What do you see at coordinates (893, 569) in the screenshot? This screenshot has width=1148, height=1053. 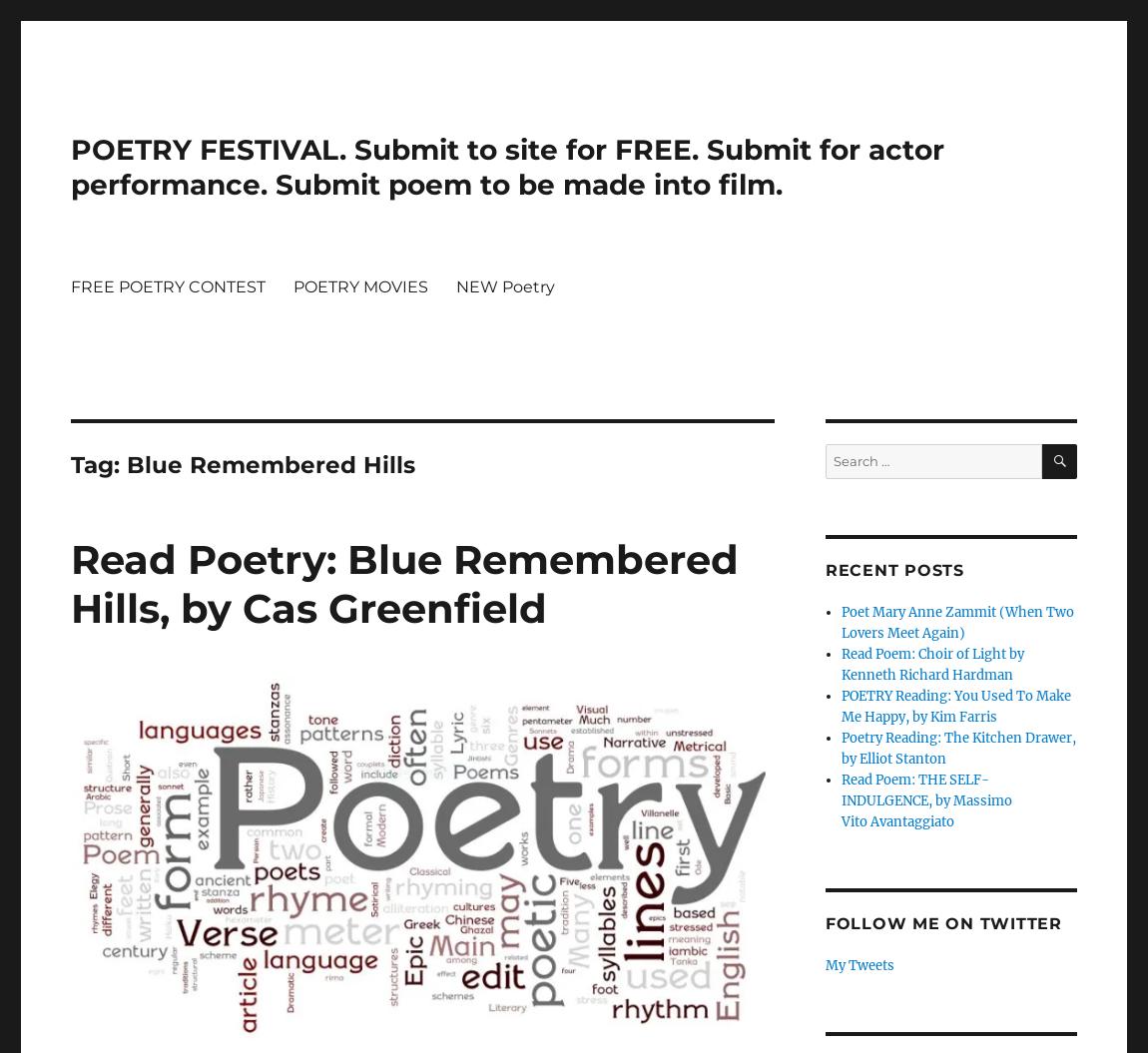 I see `'Recent Posts'` at bounding box center [893, 569].